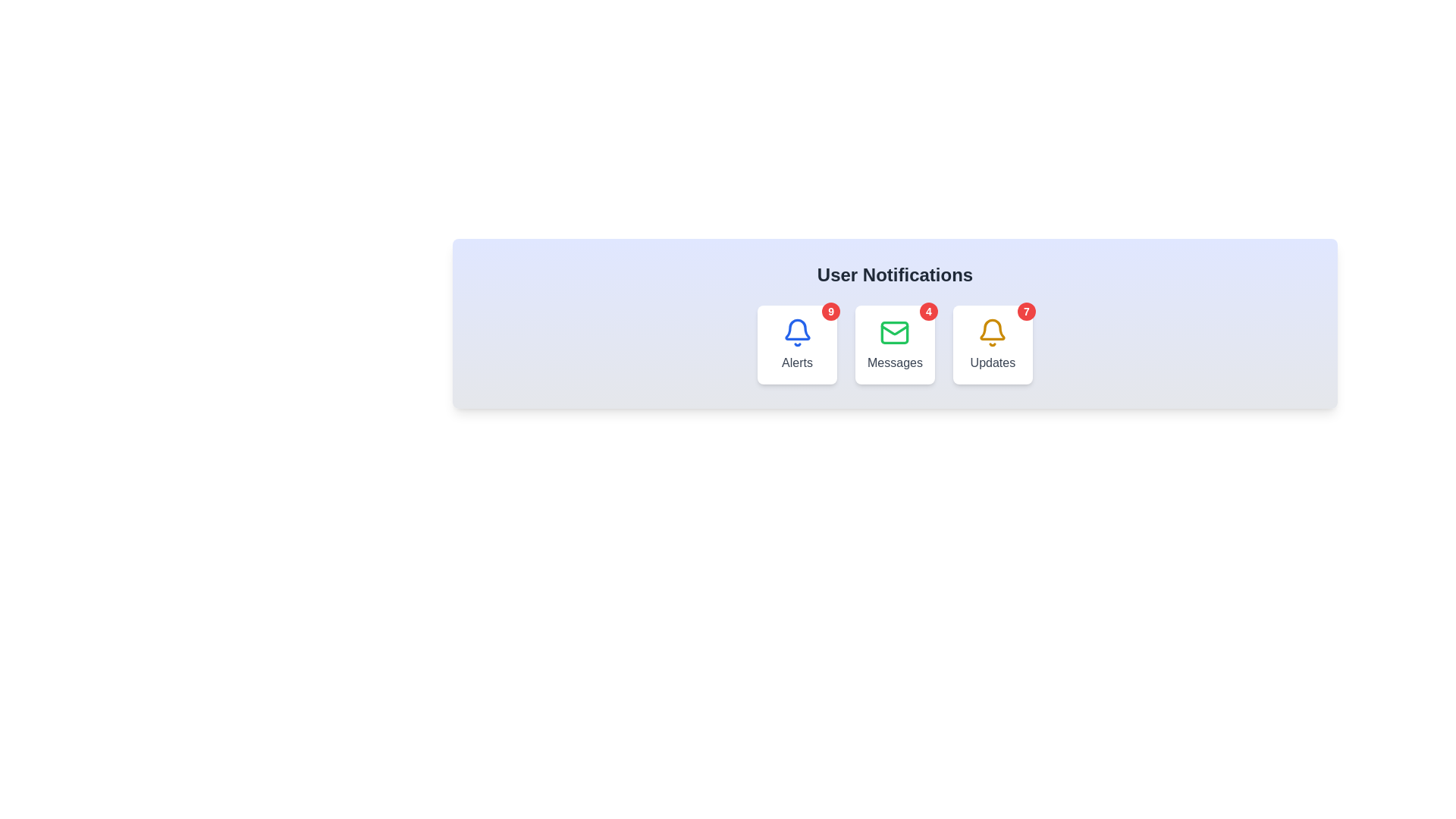 This screenshot has height=819, width=1456. What do you see at coordinates (895, 332) in the screenshot?
I see `the decorative shape representing the envelope icon in the 'Messages' card located between 'Alerts' and 'Updates' in the user notifications section` at bounding box center [895, 332].